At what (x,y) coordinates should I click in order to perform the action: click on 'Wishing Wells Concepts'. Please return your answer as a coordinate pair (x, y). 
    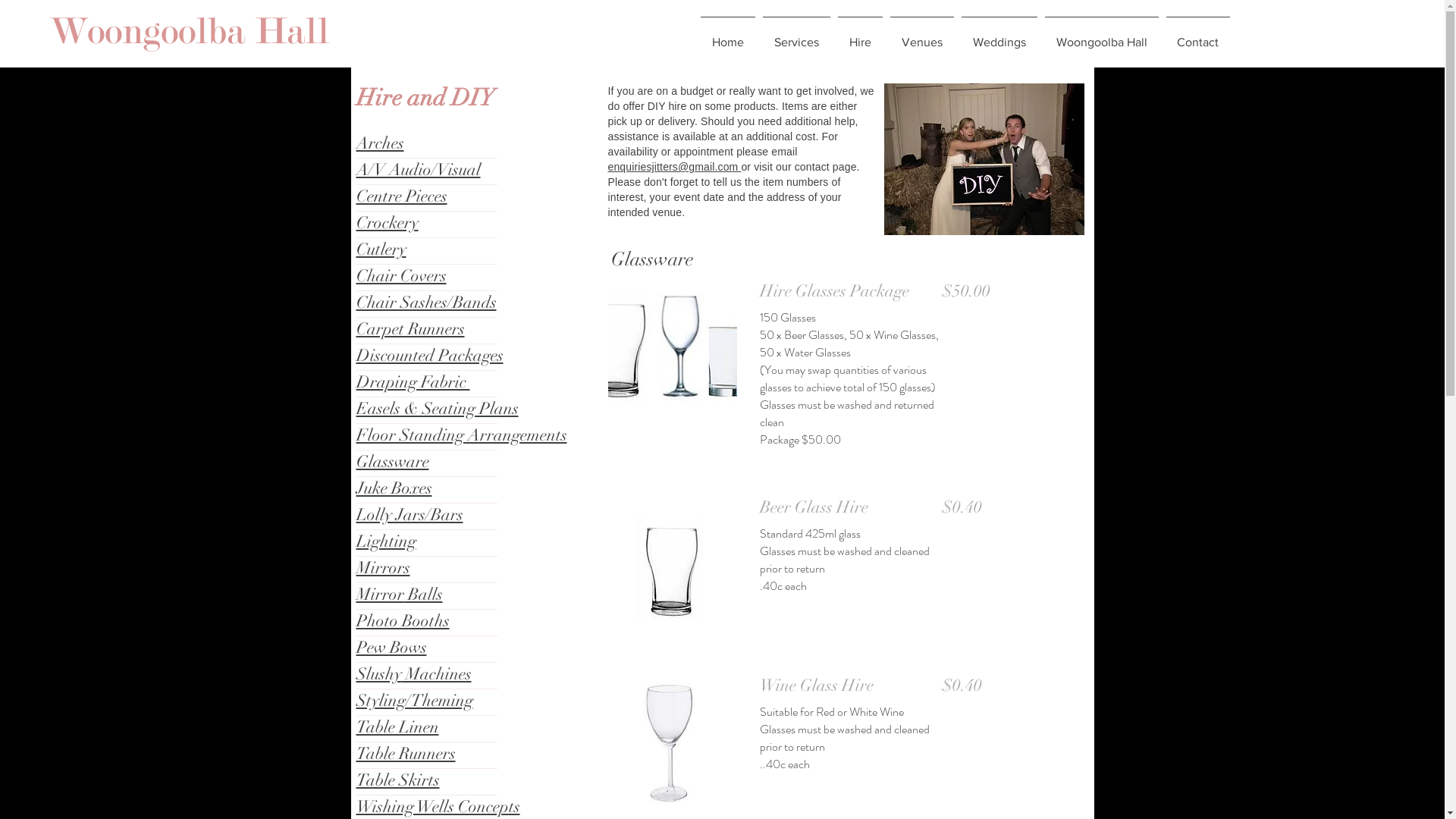
    Looking at the image, I should click on (437, 805).